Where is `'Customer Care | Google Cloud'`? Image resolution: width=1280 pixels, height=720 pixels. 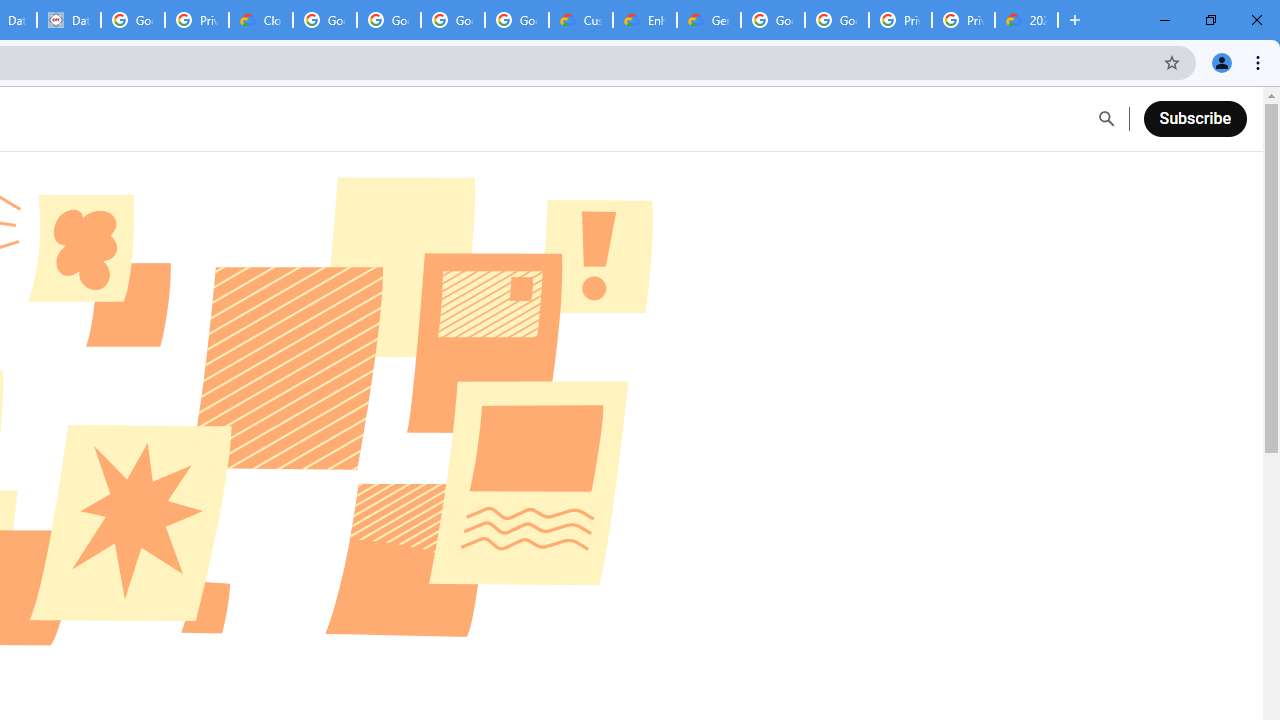
'Customer Care | Google Cloud' is located at coordinates (580, 20).